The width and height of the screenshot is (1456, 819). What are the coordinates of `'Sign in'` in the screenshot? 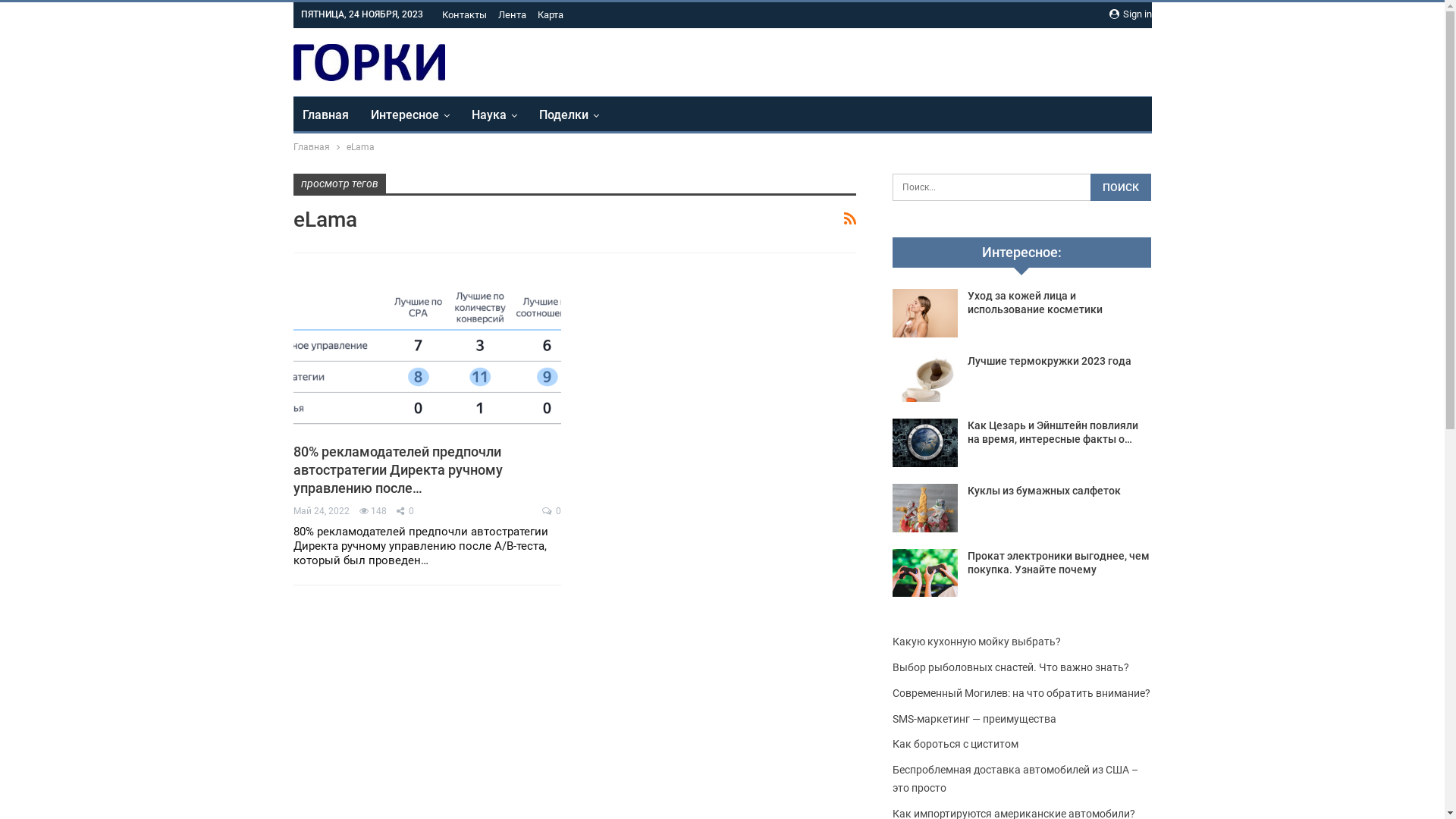 It's located at (1109, 14).